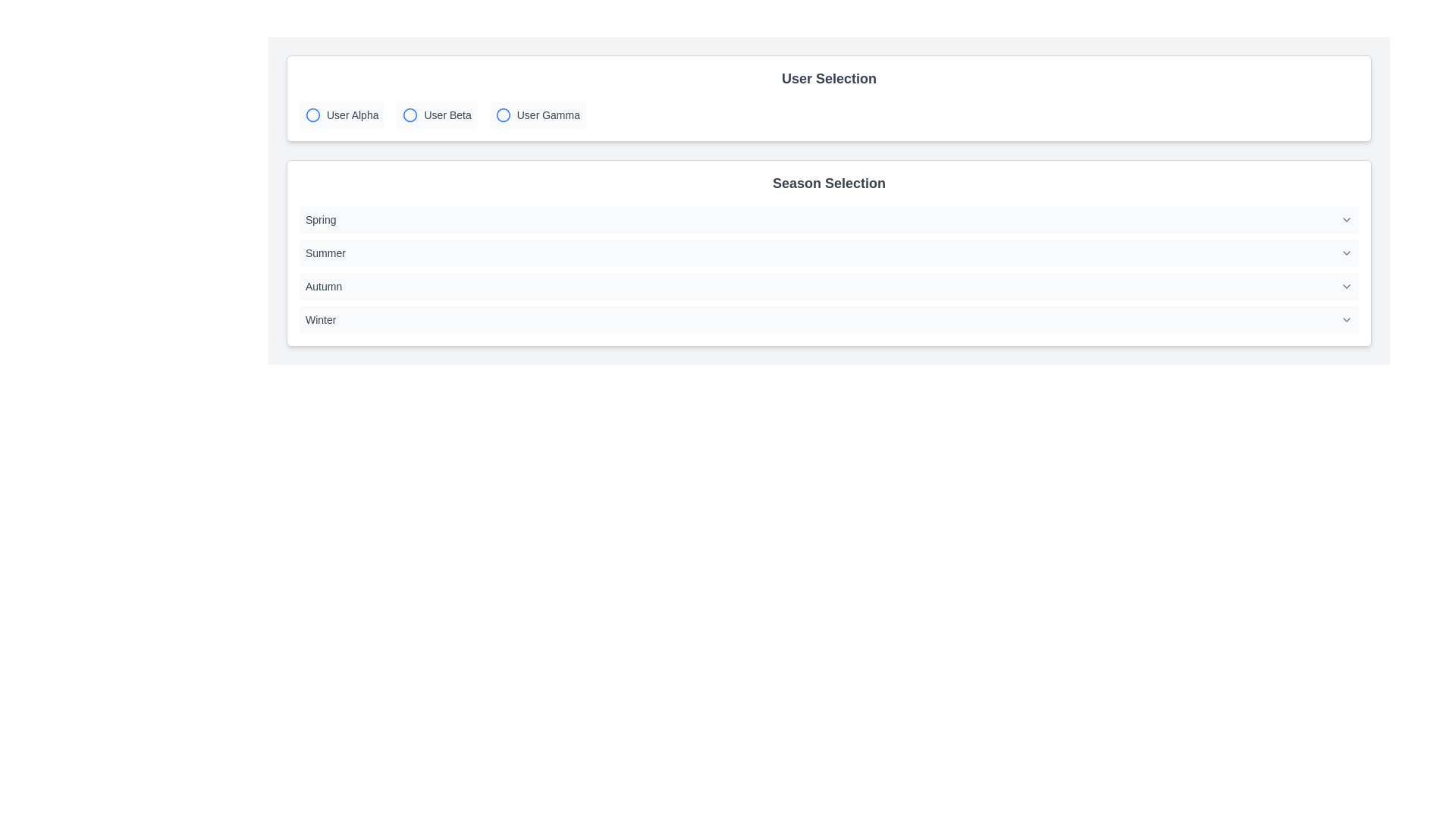 This screenshot has height=819, width=1456. What do you see at coordinates (312, 114) in the screenshot?
I see `the Graphical Circle associated with the 'User Alpha' button in the User Selection interface` at bounding box center [312, 114].